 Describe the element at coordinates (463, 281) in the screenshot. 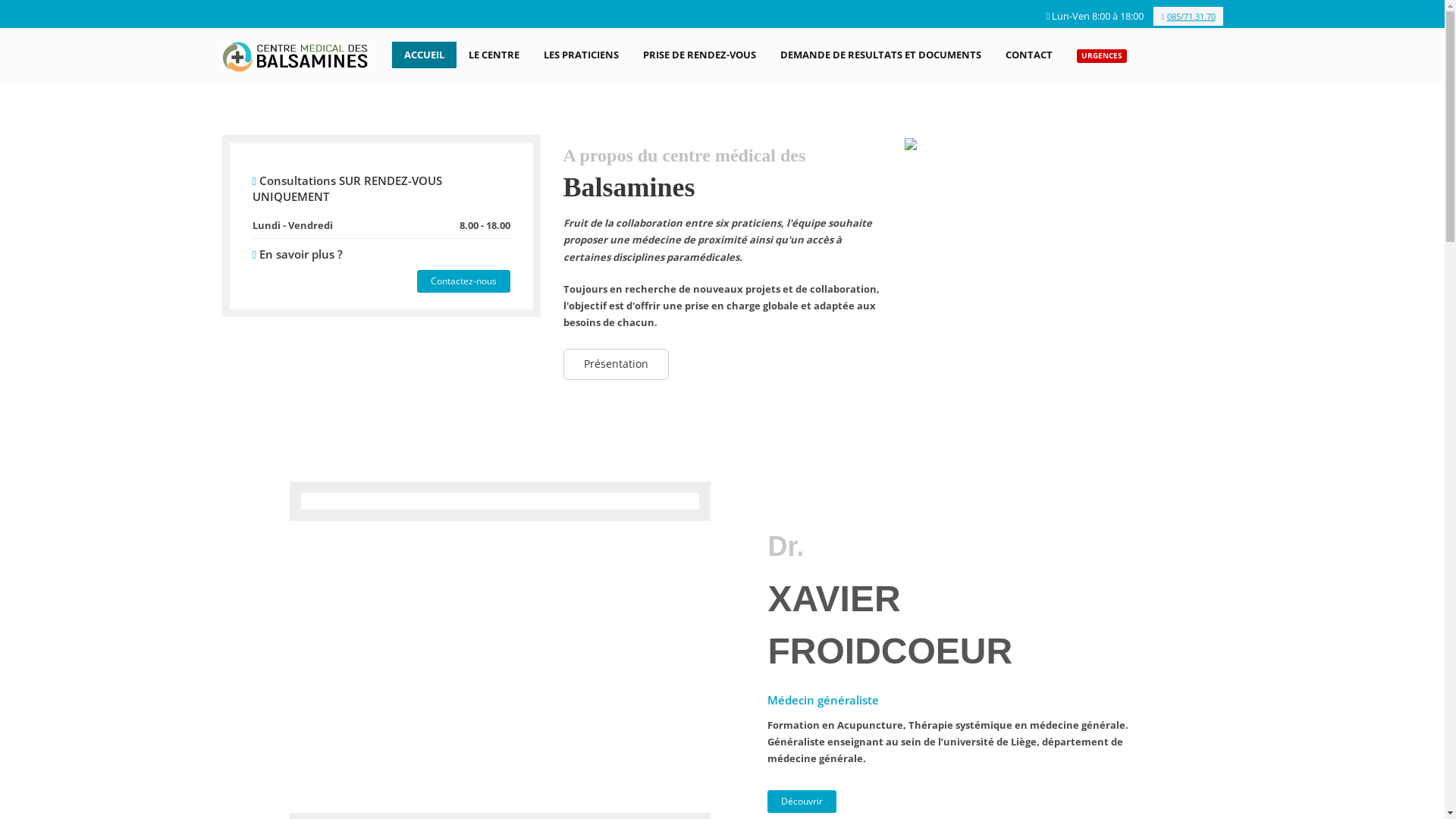

I see `'Contactez-nous'` at that location.